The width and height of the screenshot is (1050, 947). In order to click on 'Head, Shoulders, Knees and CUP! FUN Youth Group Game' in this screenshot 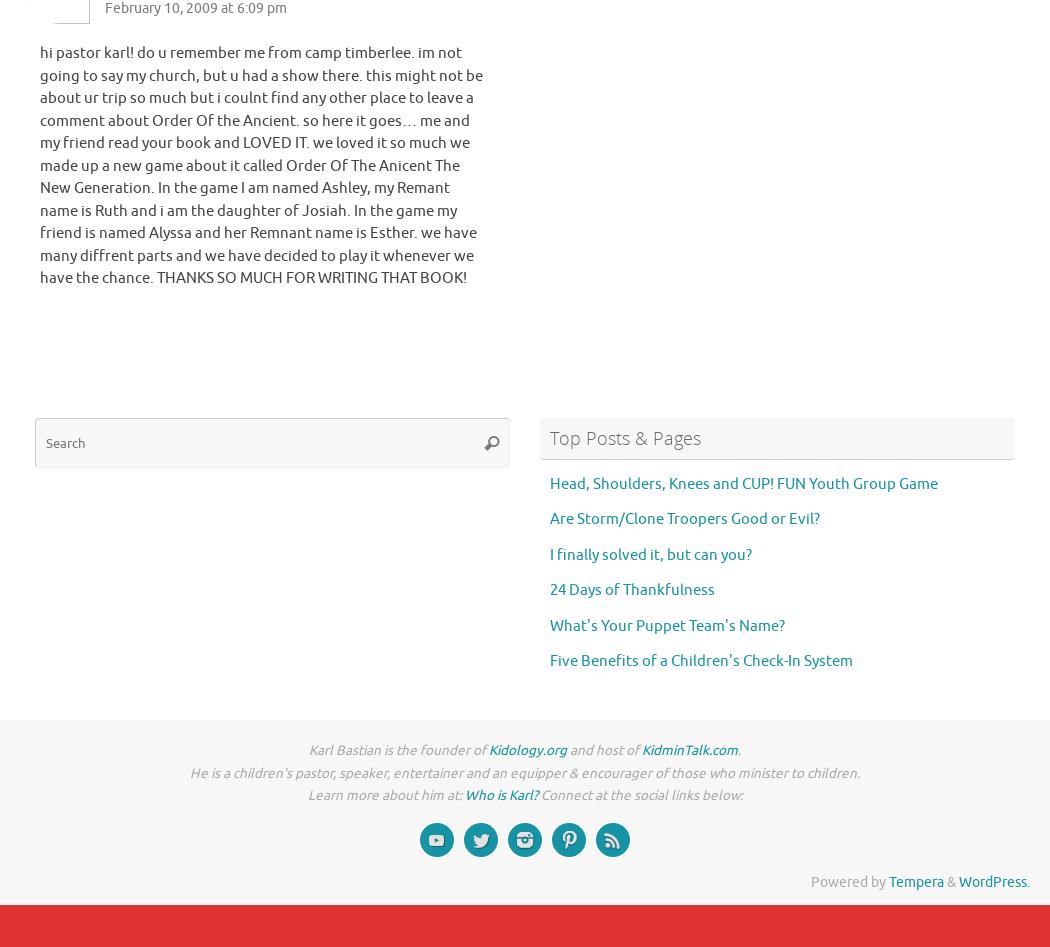, I will do `click(741, 482)`.